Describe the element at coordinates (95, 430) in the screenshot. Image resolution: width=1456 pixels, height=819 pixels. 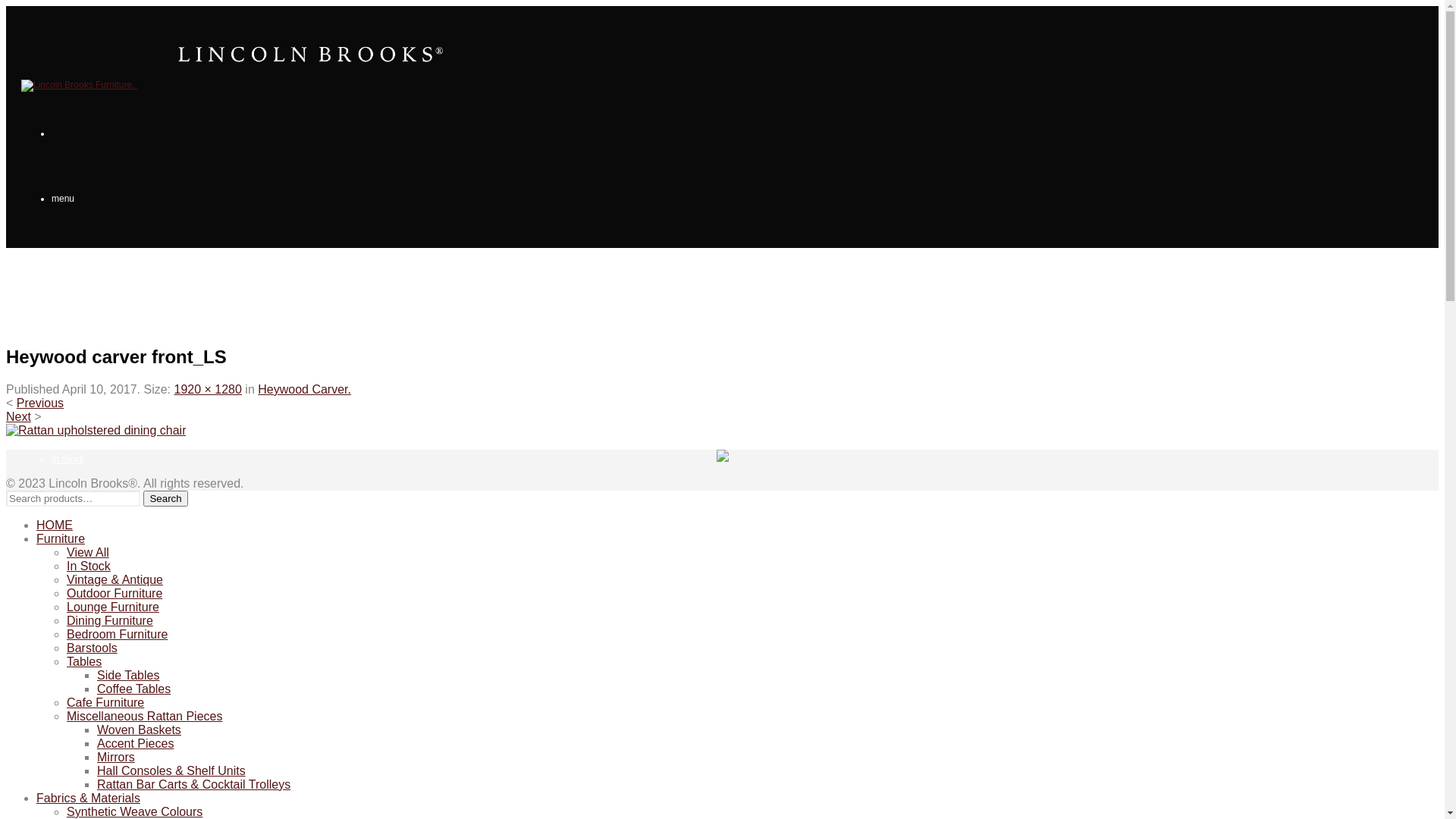
I see `'Heywood carver front_LS'` at that location.